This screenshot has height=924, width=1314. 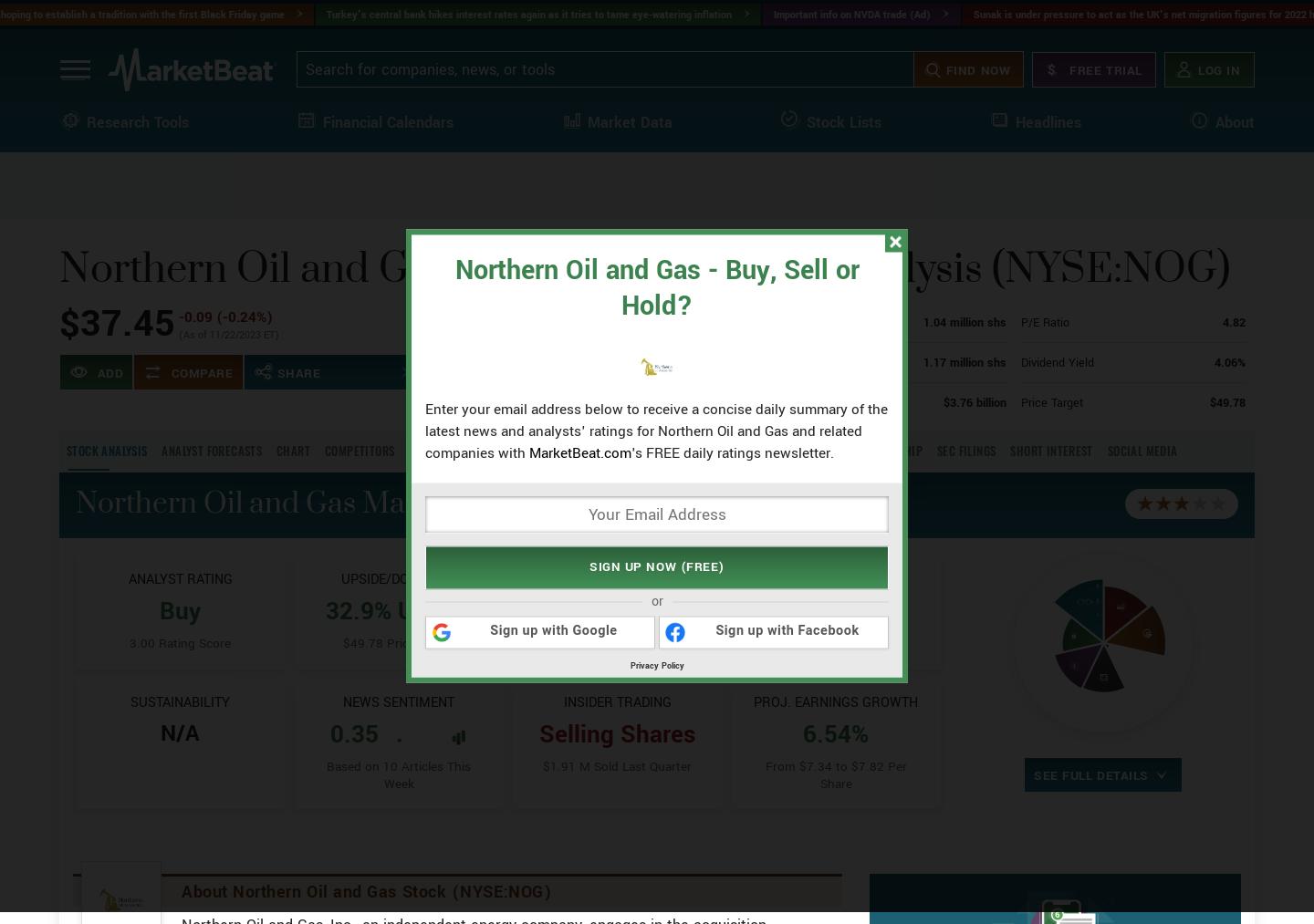 I want to click on '$43.64', so click(x=729, y=468).